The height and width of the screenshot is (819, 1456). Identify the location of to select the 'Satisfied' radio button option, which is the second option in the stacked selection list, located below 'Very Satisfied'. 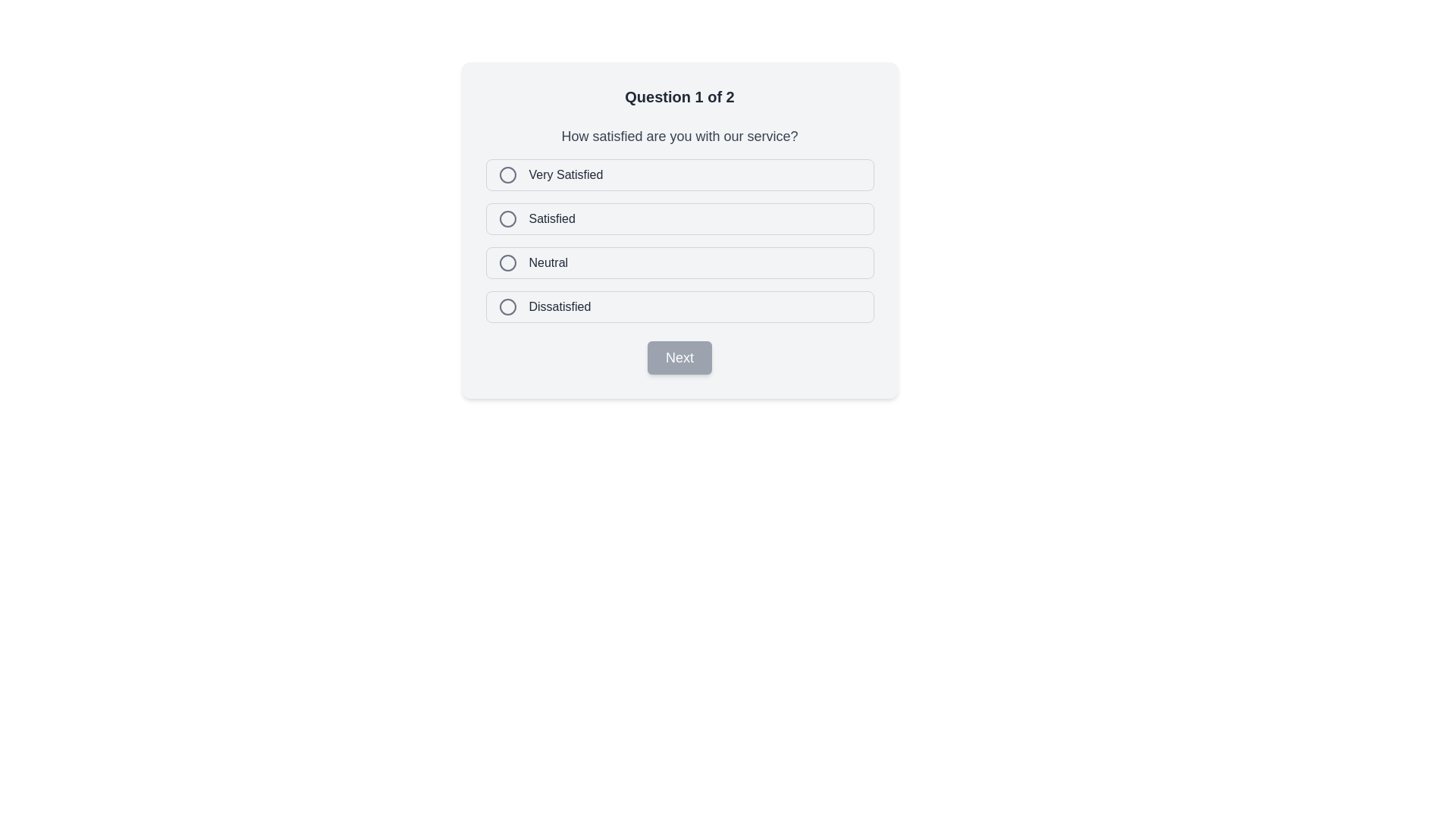
(679, 219).